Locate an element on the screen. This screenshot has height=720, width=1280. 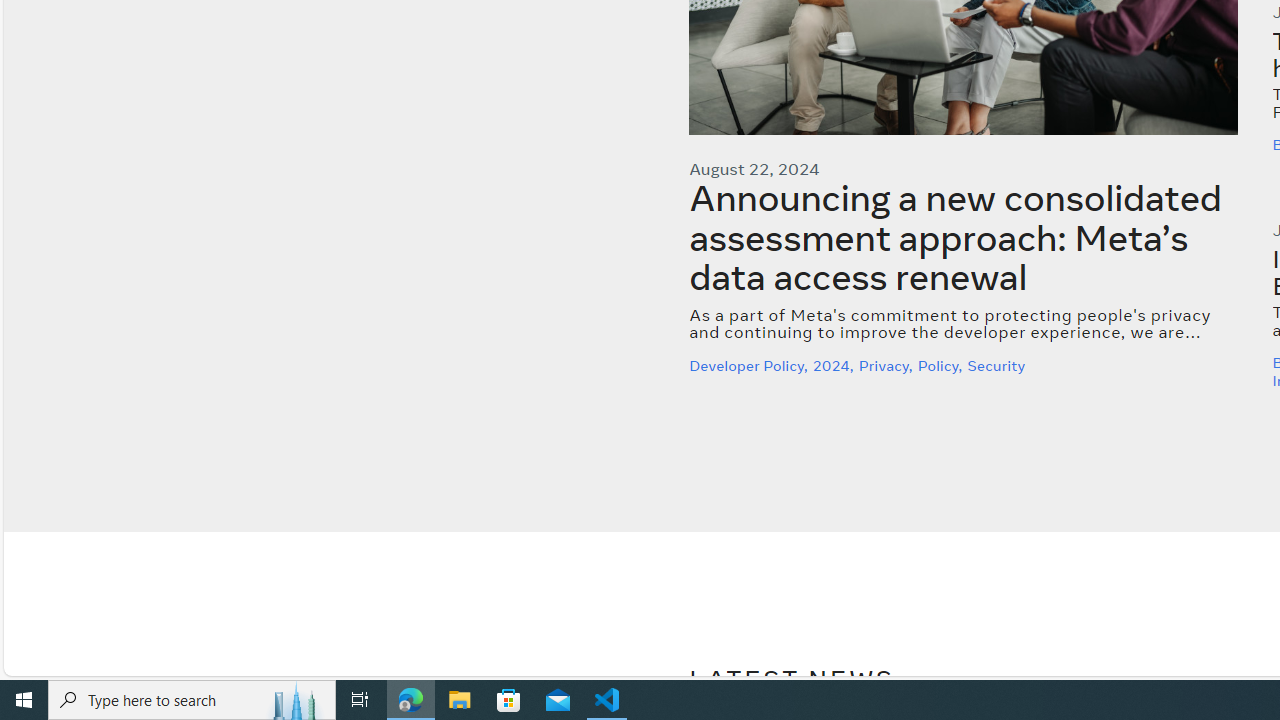
'Security' is located at coordinates (998, 365).